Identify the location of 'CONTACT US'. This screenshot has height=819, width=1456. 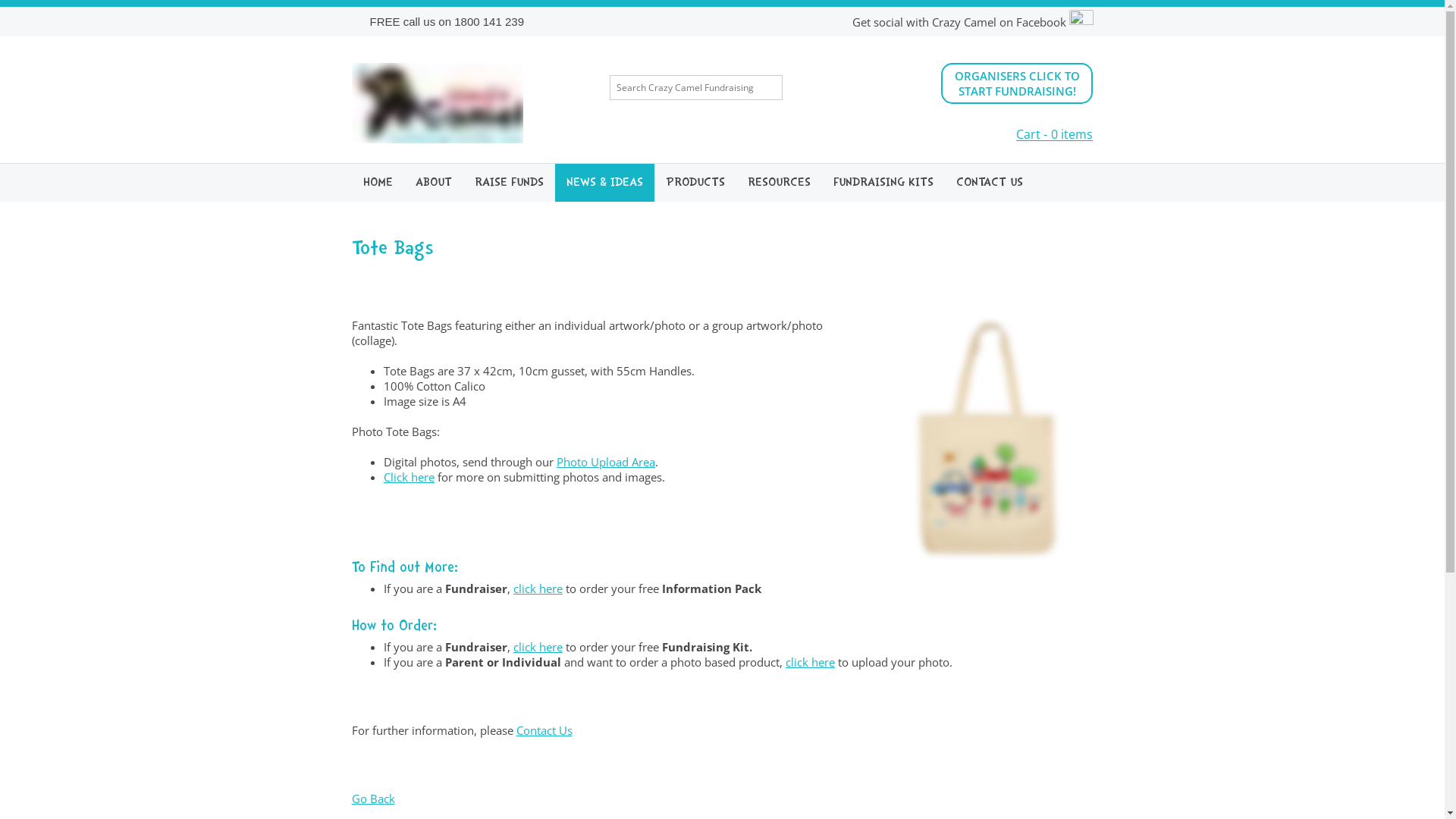
(944, 181).